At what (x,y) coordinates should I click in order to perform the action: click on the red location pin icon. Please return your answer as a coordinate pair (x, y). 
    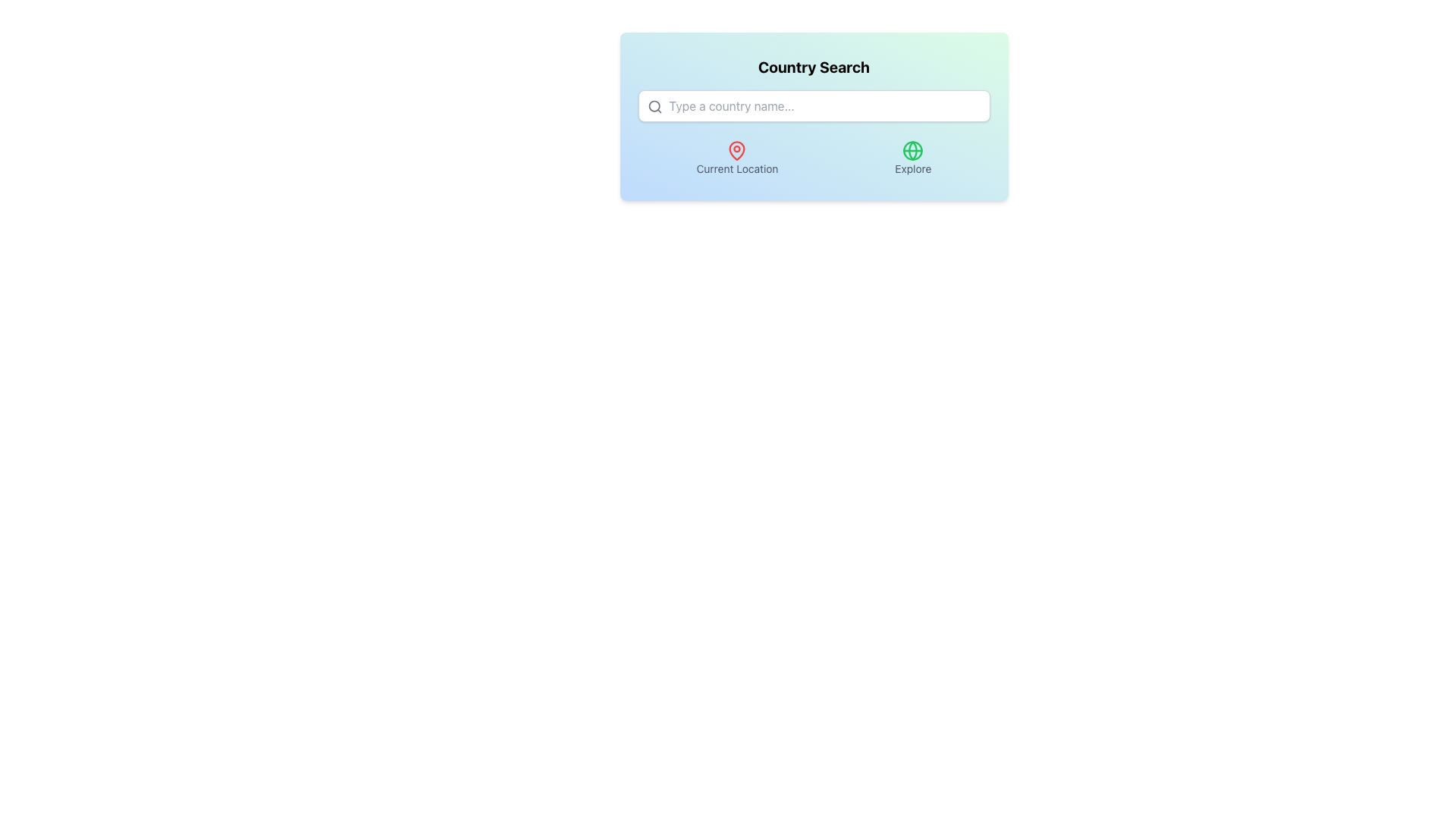
    Looking at the image, I should click on (737, 151).